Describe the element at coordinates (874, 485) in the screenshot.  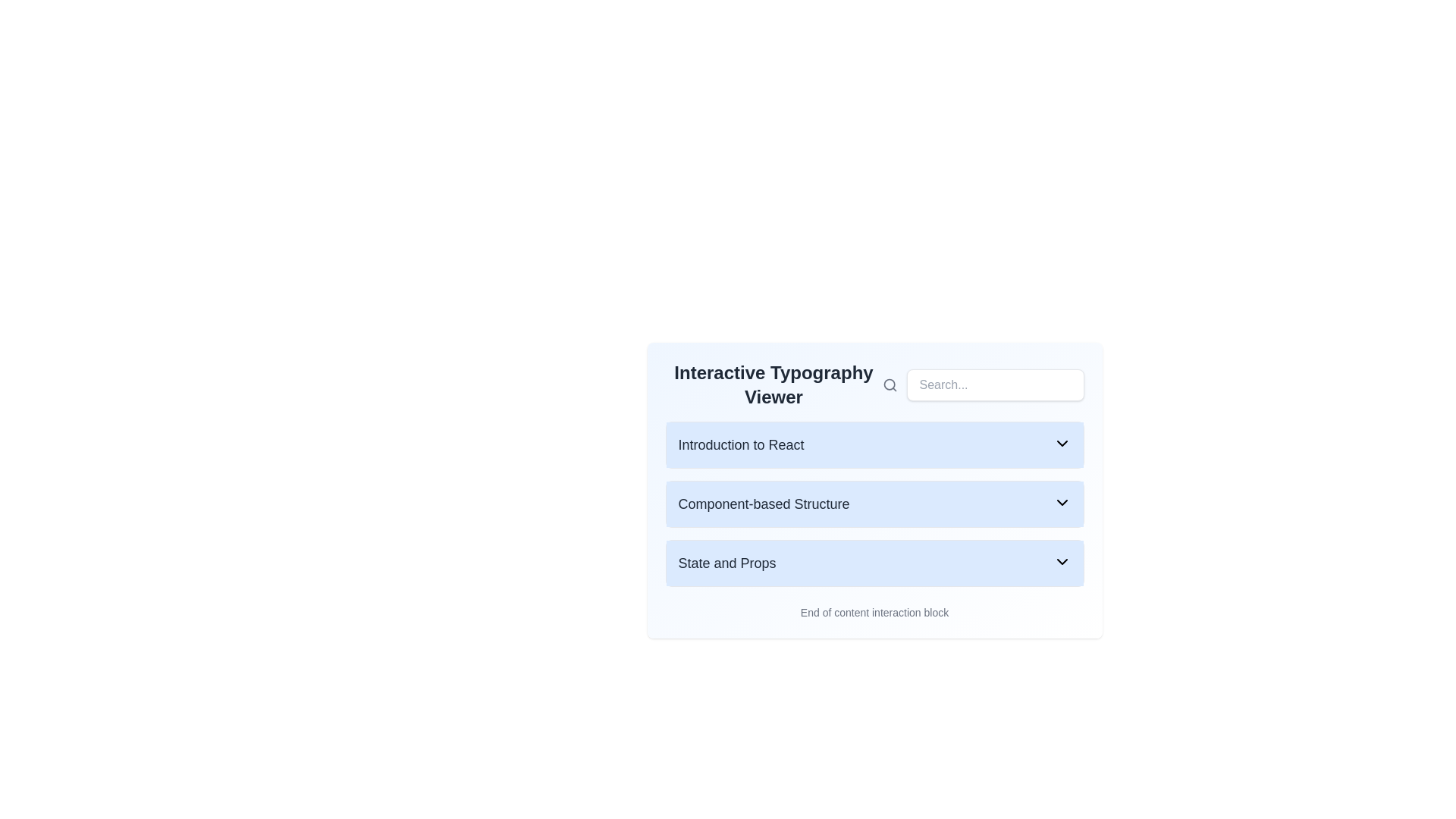
I see `the second menu item in the 'Interactive Typography Viewer' panel` at that location.